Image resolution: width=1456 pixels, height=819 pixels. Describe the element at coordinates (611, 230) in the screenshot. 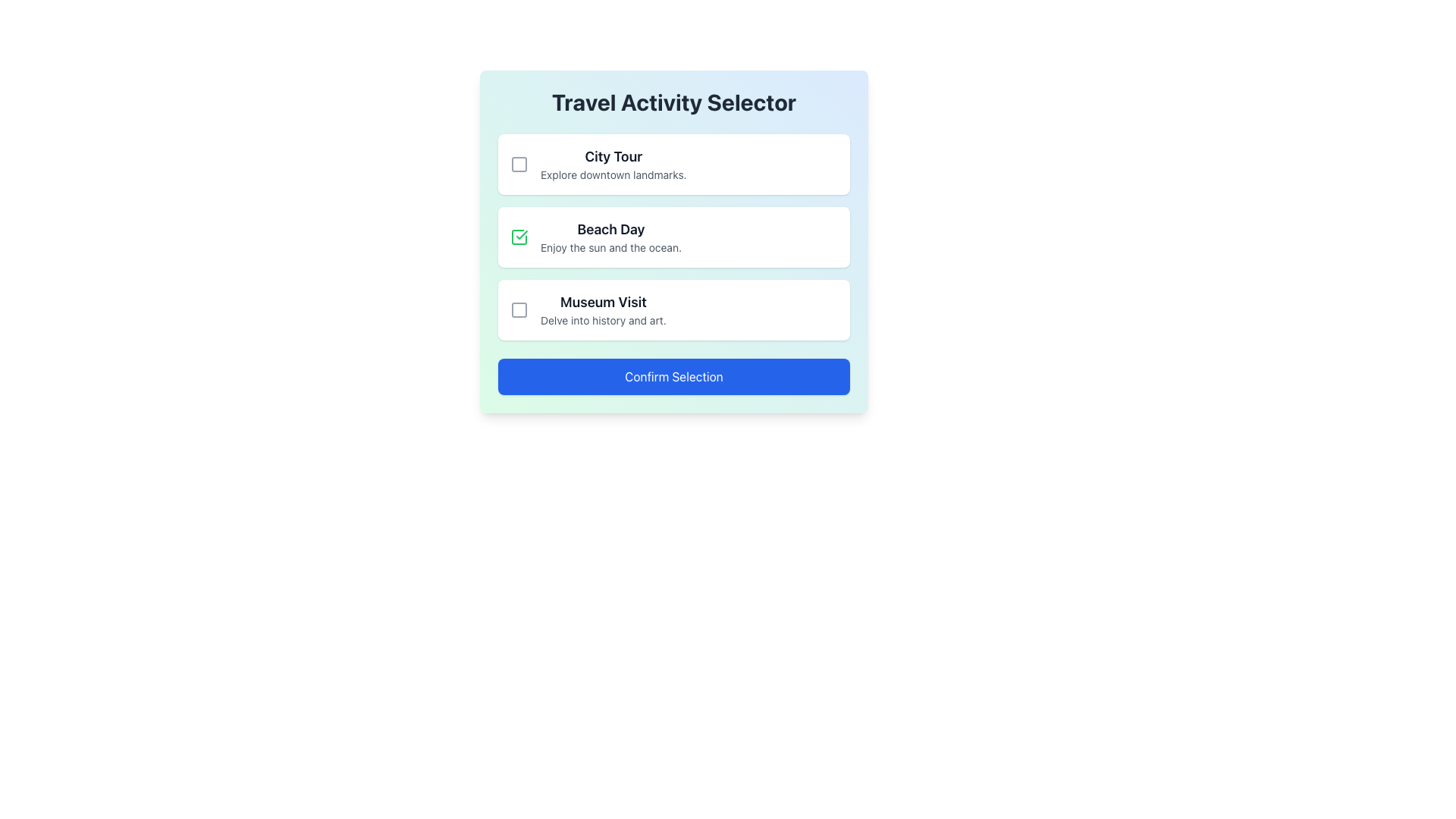

I see `the 'Beach Day' text label, which is displayed in bold and large font within the Travel Activity Selector section, located in the middle of the vertical list` at that location.